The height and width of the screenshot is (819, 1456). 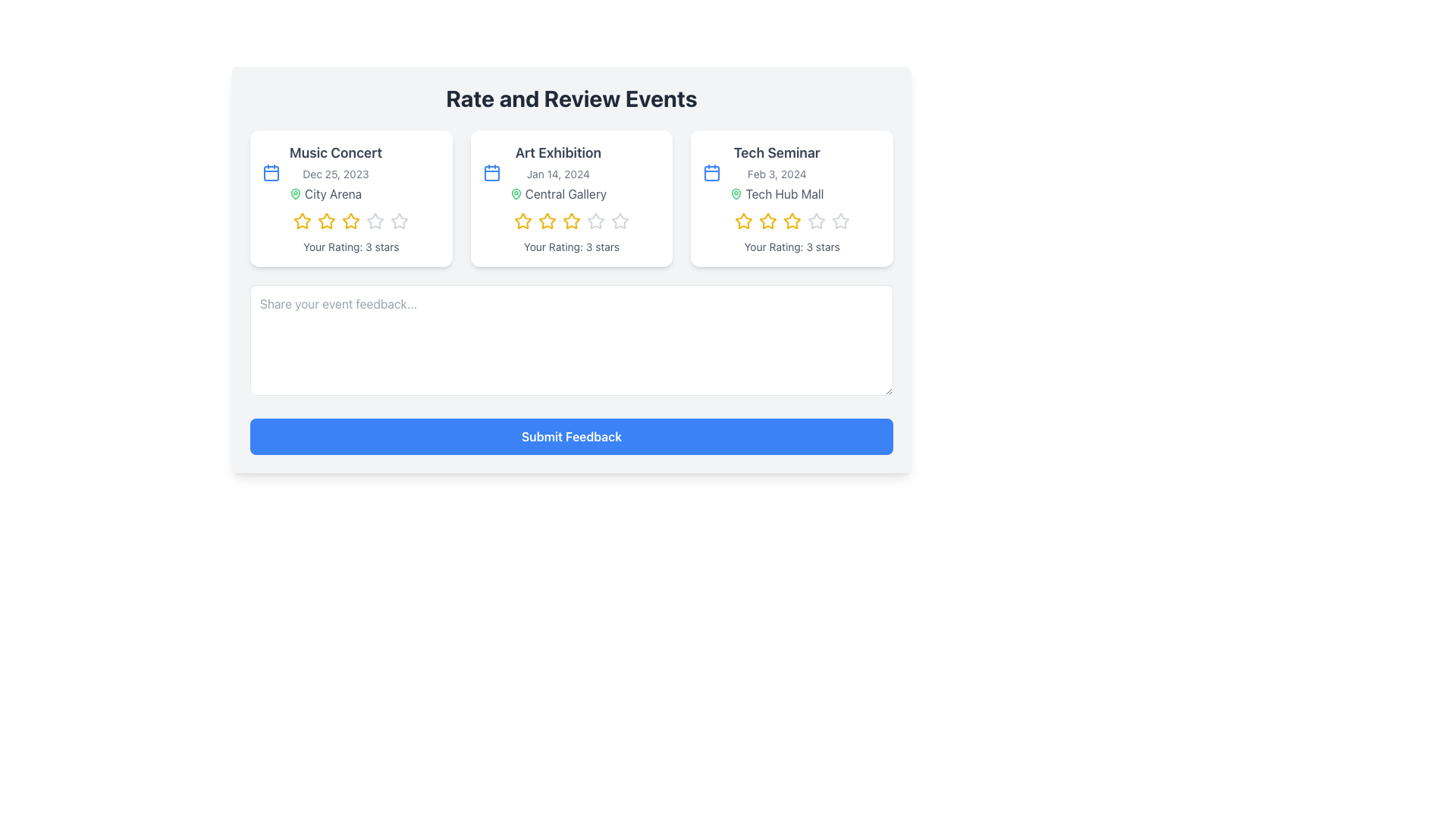 What do you see at coordinates (595, 221) in the screenshot?
I see `the fourth star` at bounding box center [595, 221].